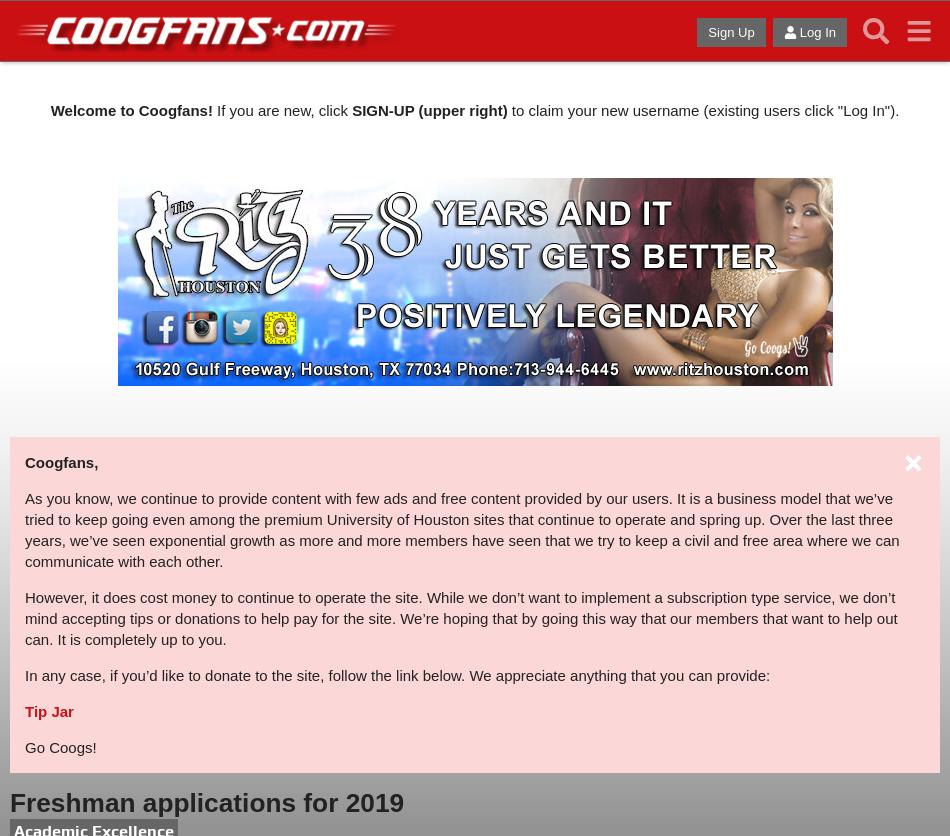 The image size is (950, 836). What do you see at coordinates (207, 800) in the screenshot?
I see `'Freshman applications for 2019'` at bounding box center [207, 800].